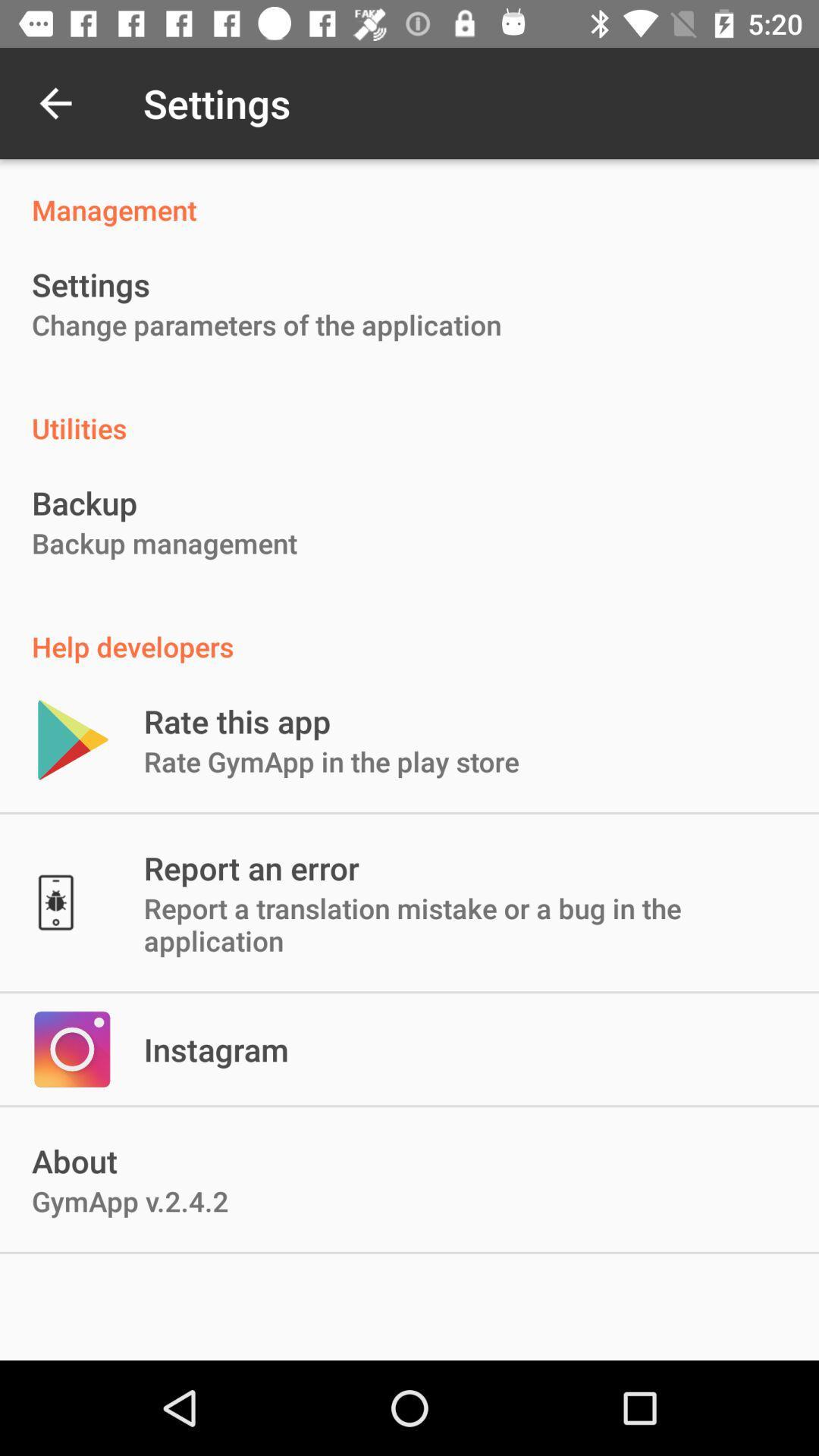 Image resolution: width=819 pixels, height=1456 pixels. Describe the element at coordinates (265, 324) in the screenshot. I see `the change parameters of` at that location.